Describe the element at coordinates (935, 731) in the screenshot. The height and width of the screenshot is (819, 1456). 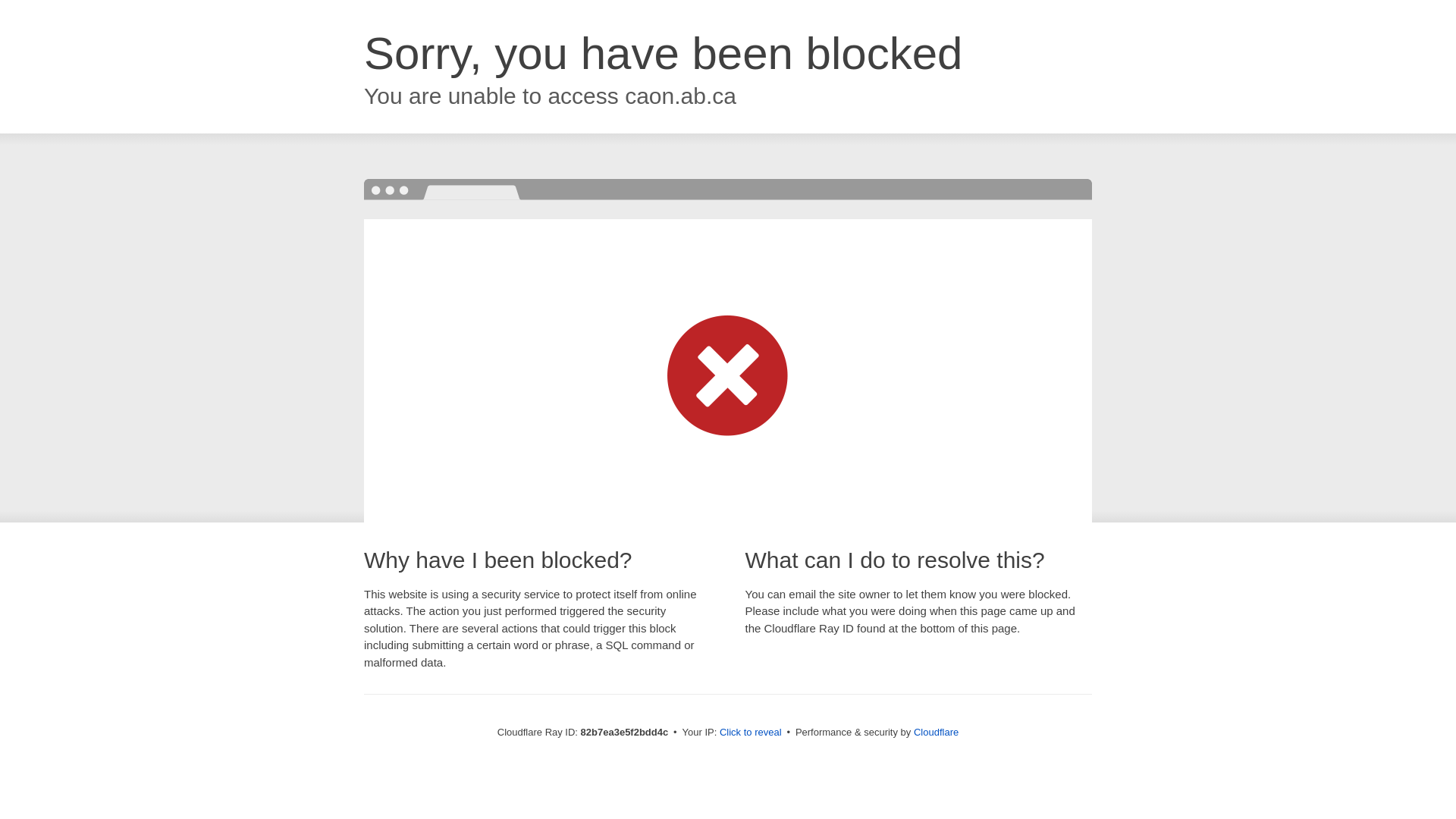
I see `'Cloudflare'` at that location.